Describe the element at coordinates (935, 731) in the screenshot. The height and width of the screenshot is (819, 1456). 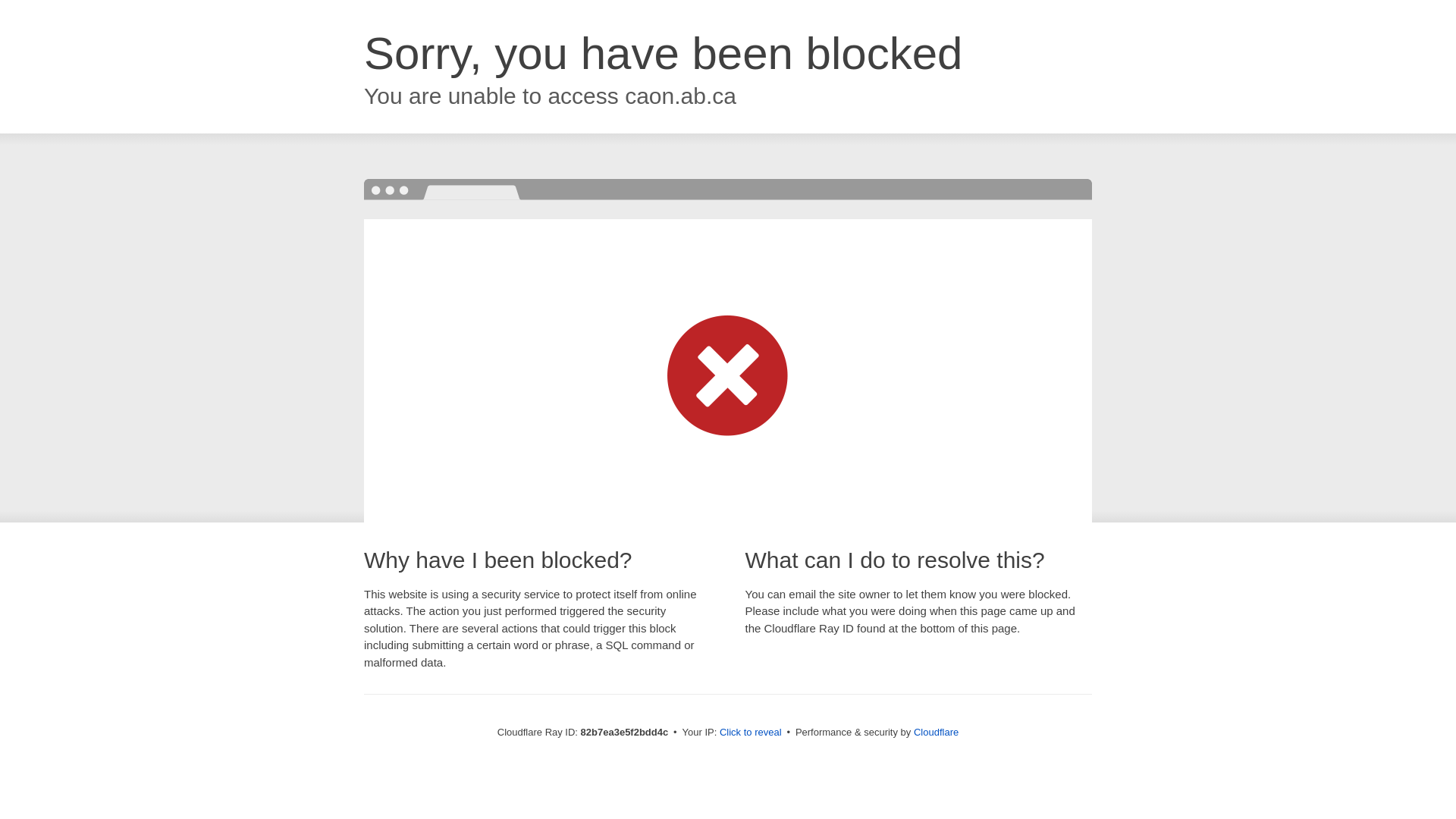
I see `'Cloudflare'` at that location.